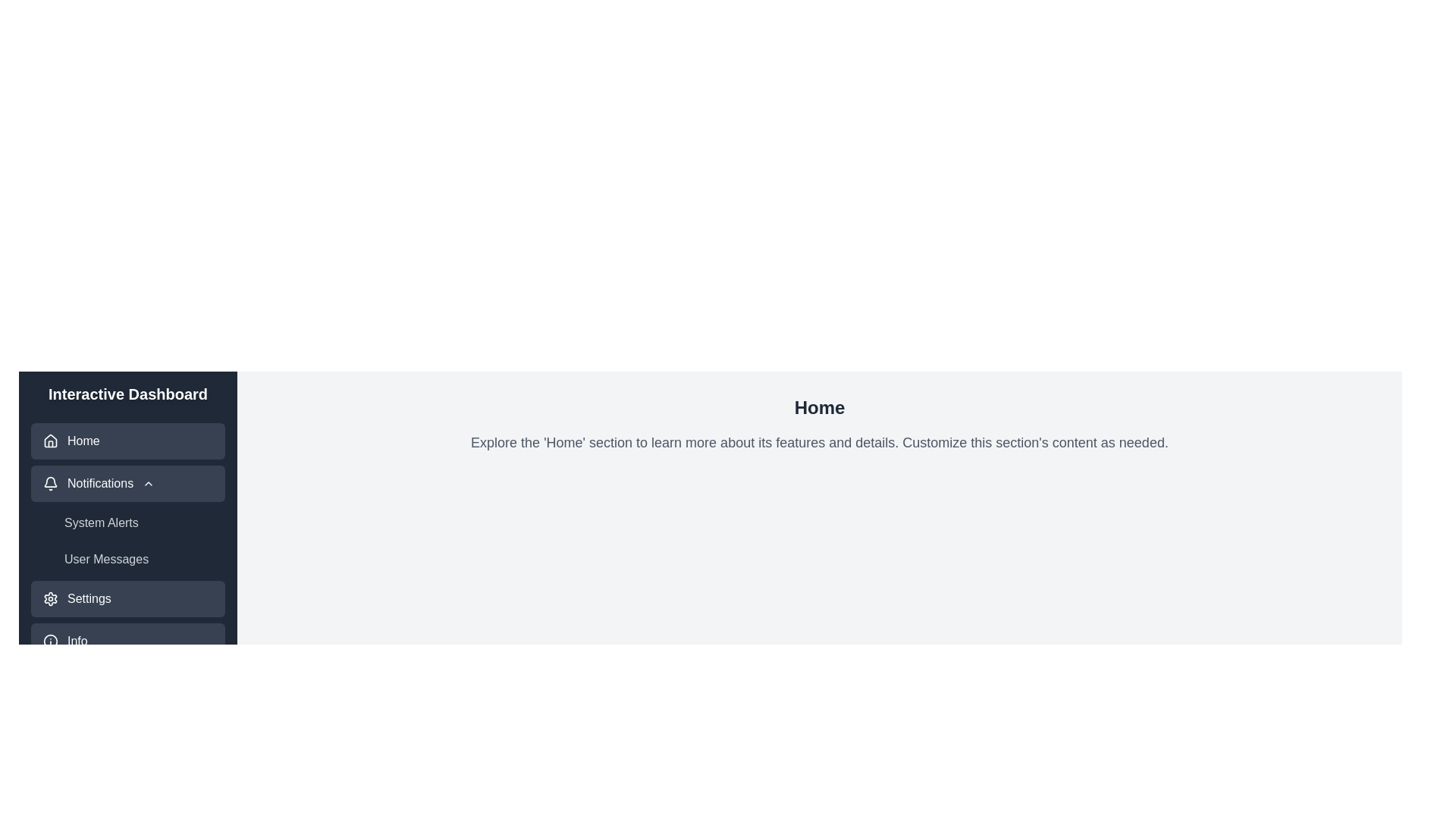 The image size is (1456, 819). I want to click on the Chevron Up icon located to the far right of the 'Notifications' item in the sidebar menu to potentially reveal a tooltip, so click(149, 483).